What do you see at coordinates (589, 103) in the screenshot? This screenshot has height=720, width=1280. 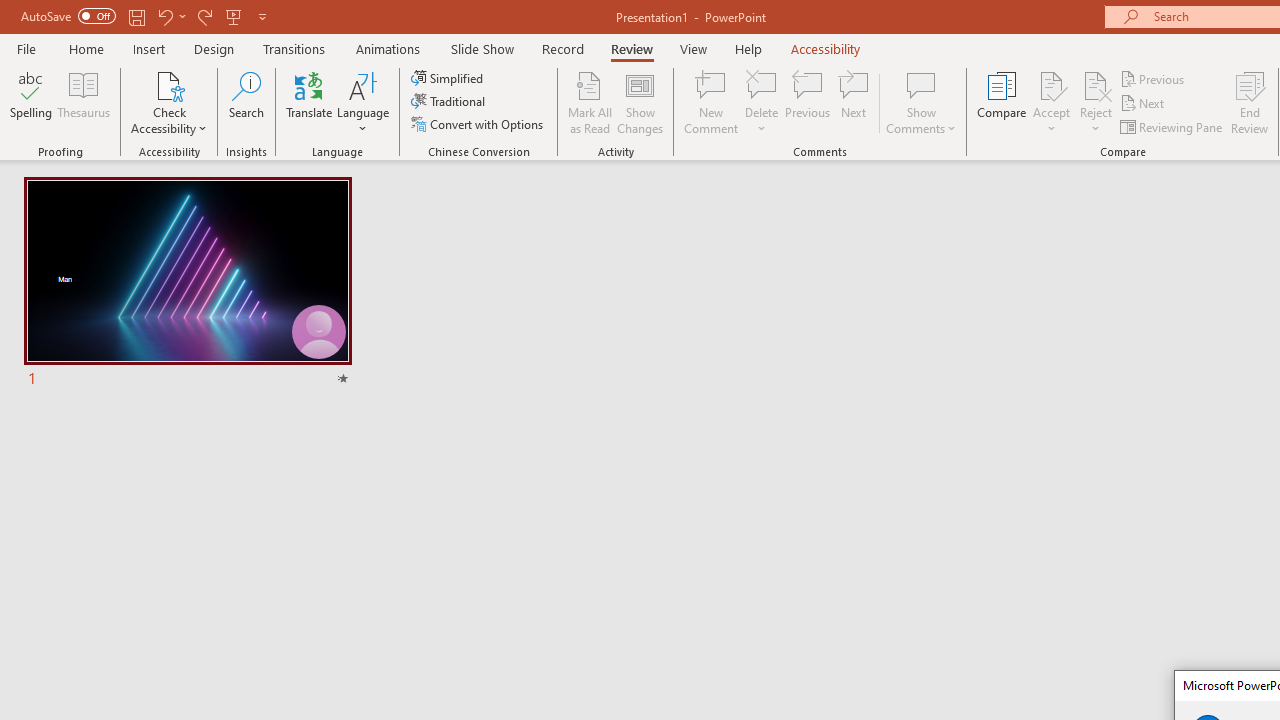 I see `'Mark All as Read'` at bounding box center [589, 103].